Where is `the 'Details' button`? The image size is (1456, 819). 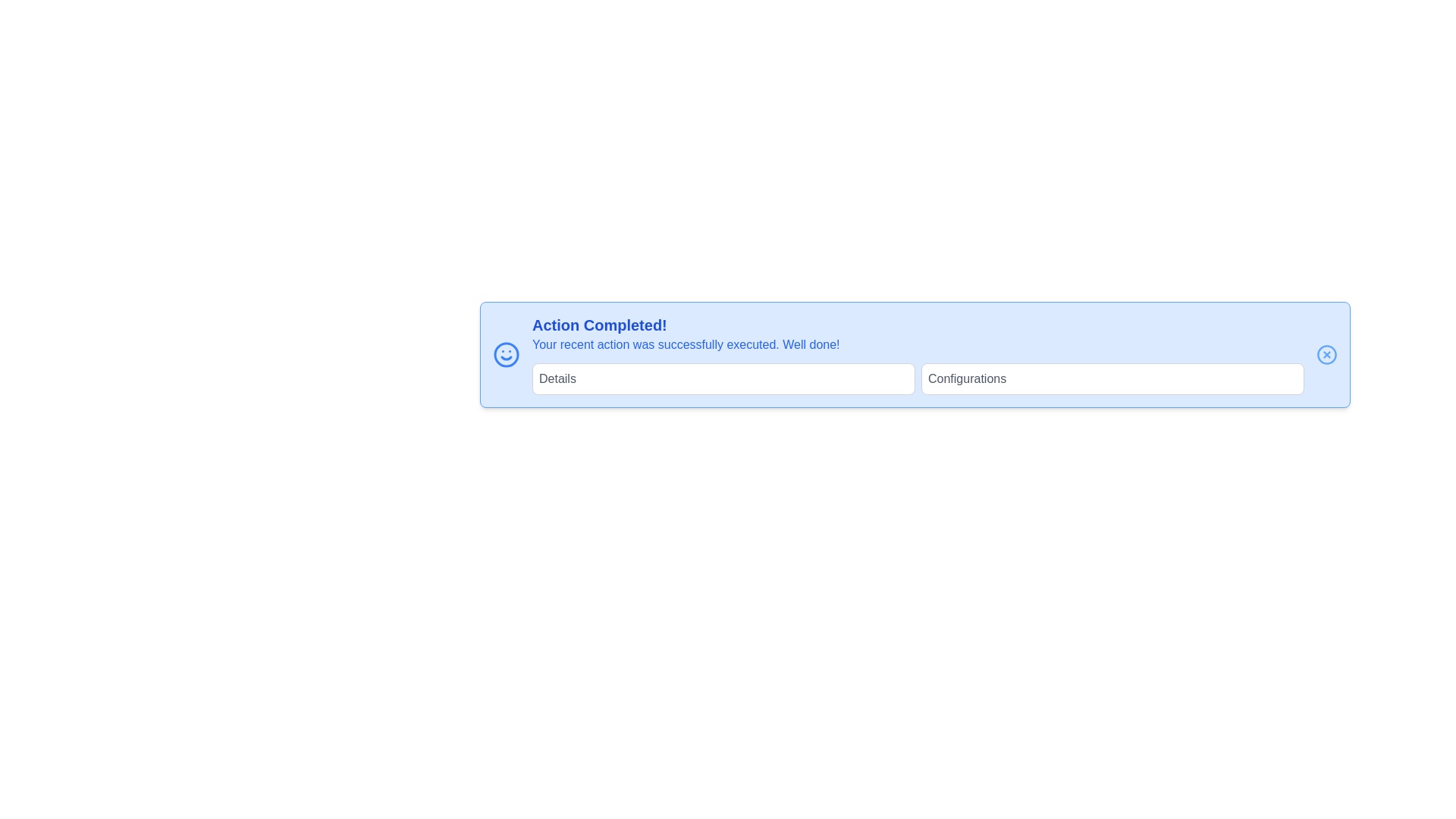 the 'Details' button is located at coordinates (723, 378).